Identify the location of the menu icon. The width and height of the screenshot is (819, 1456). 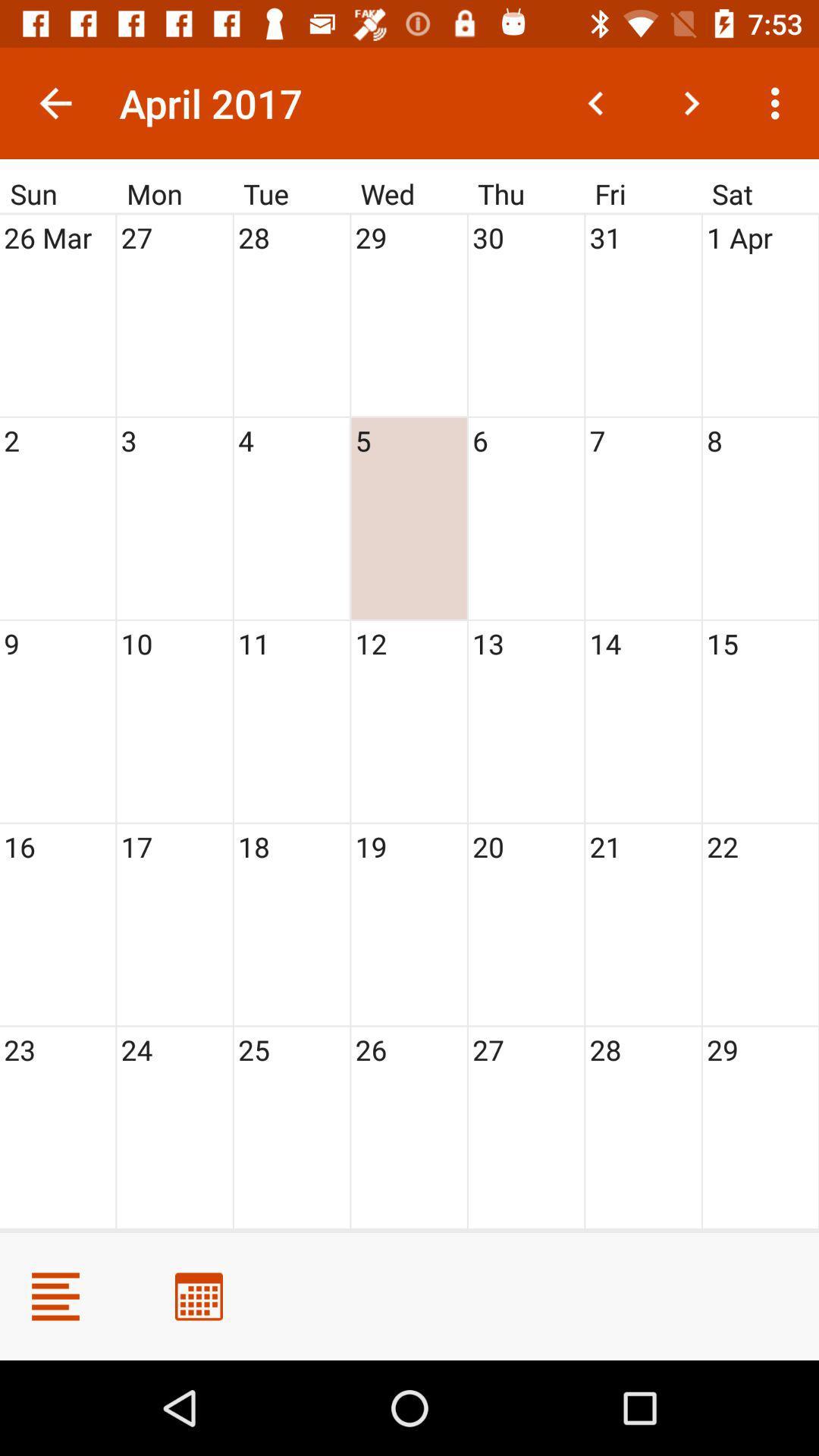
(55, 1295).